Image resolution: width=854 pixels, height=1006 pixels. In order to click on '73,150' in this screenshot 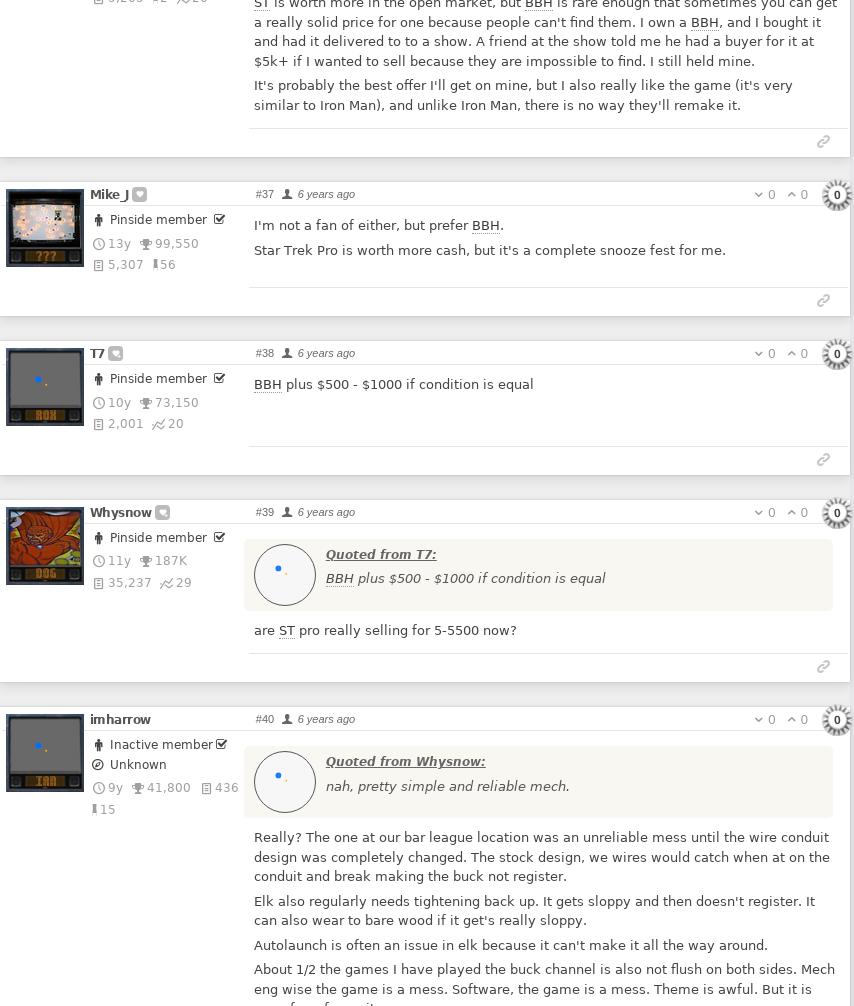, I will do `click(177, 400)`.